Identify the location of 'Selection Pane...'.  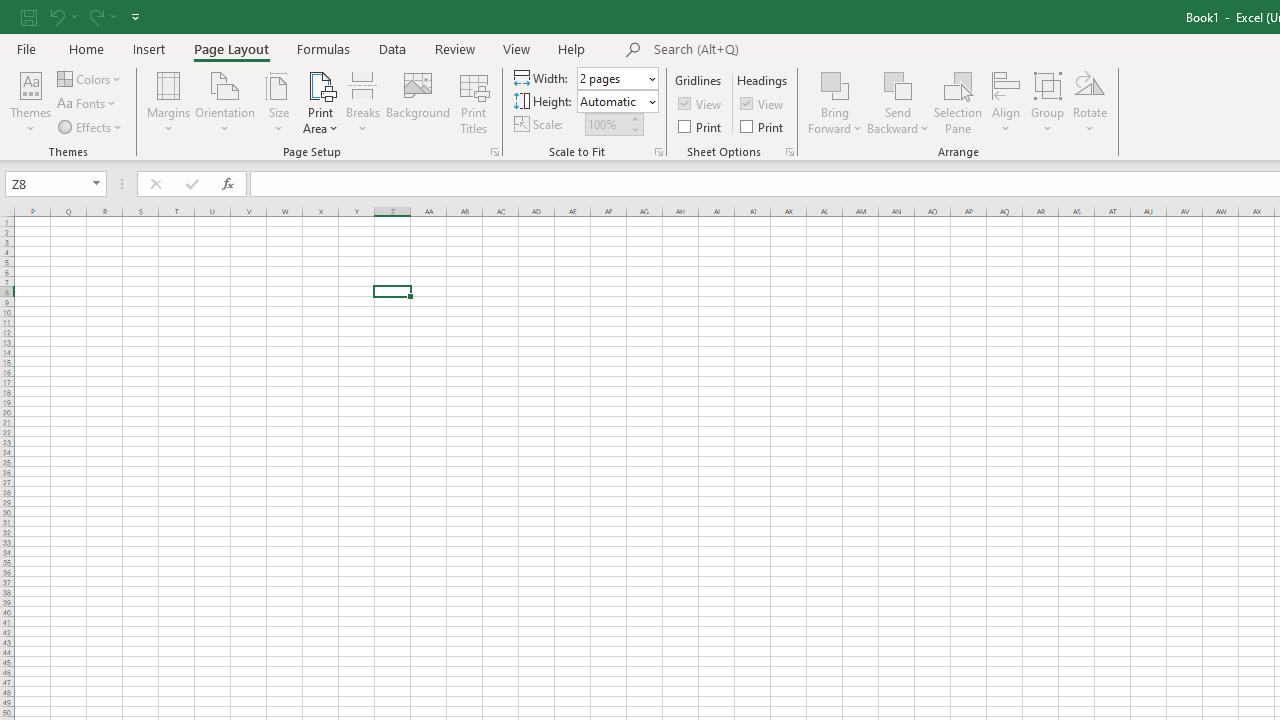
(957, 103).